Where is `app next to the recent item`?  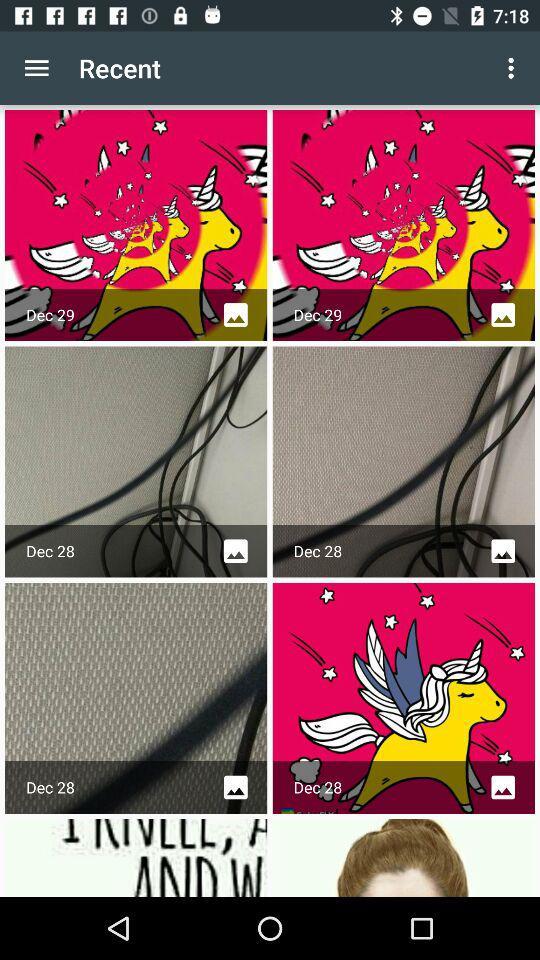 app next to the recent item is located at coordinates (513, 68).